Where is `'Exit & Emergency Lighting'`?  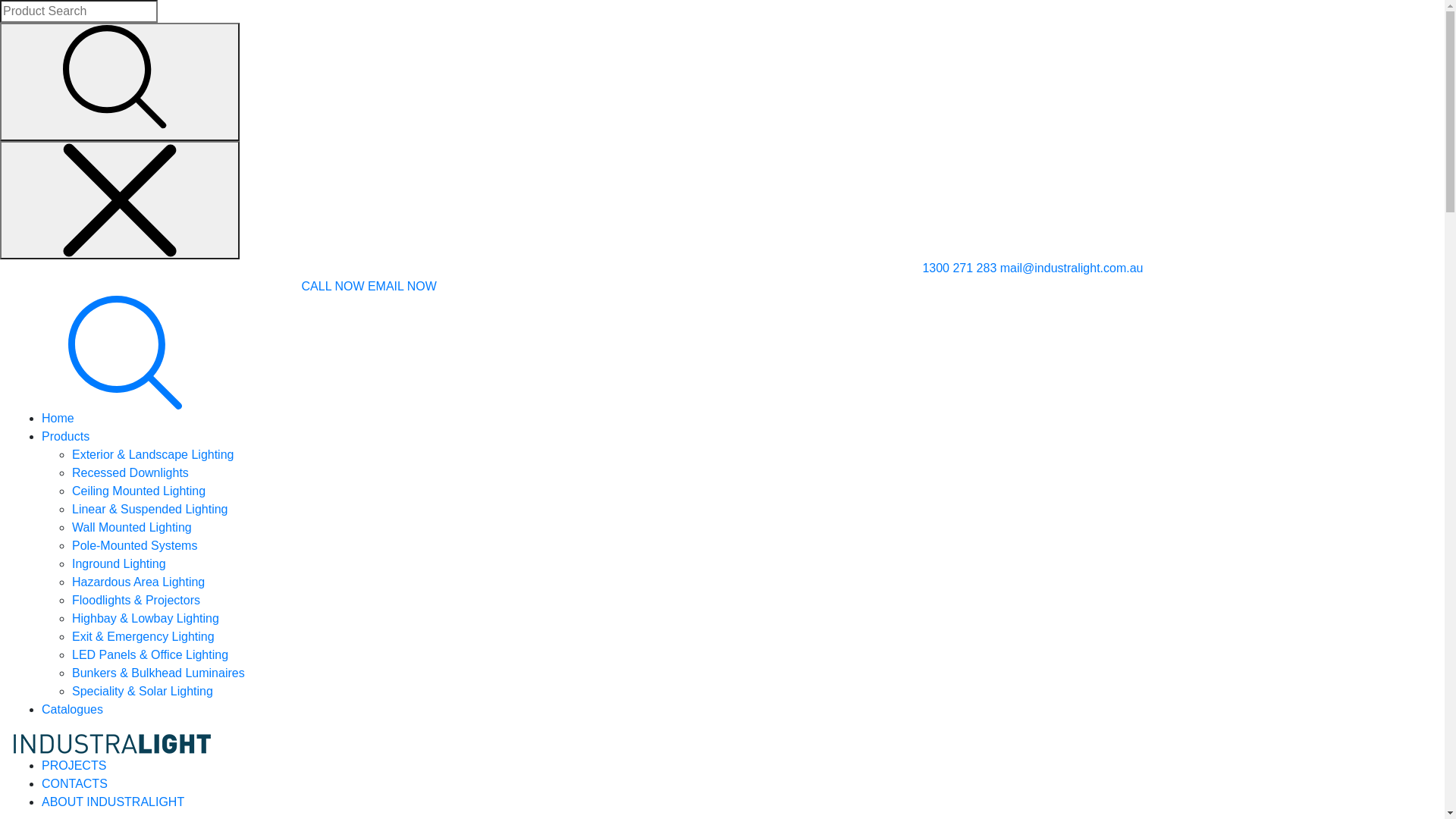 'Exit & Emergency Lighting' is located at coordinates (143, 636).